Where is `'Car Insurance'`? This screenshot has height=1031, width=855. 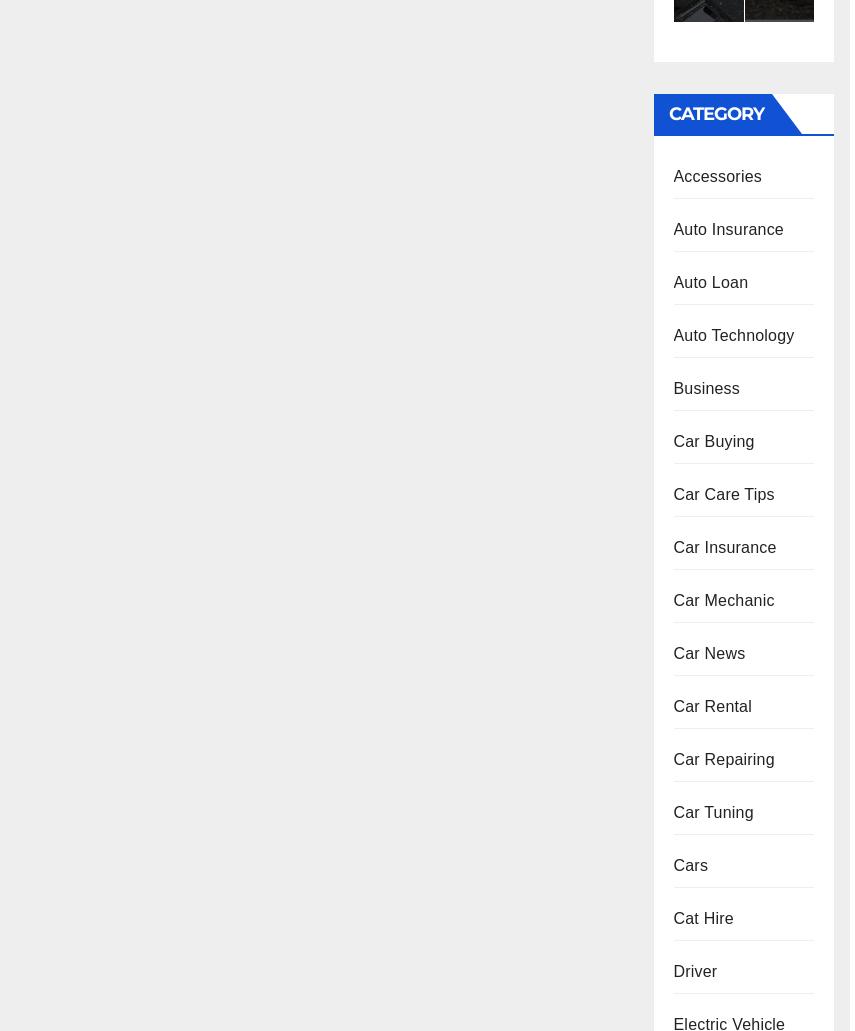 'Car Insurance' is located at coordinates (724, 546).